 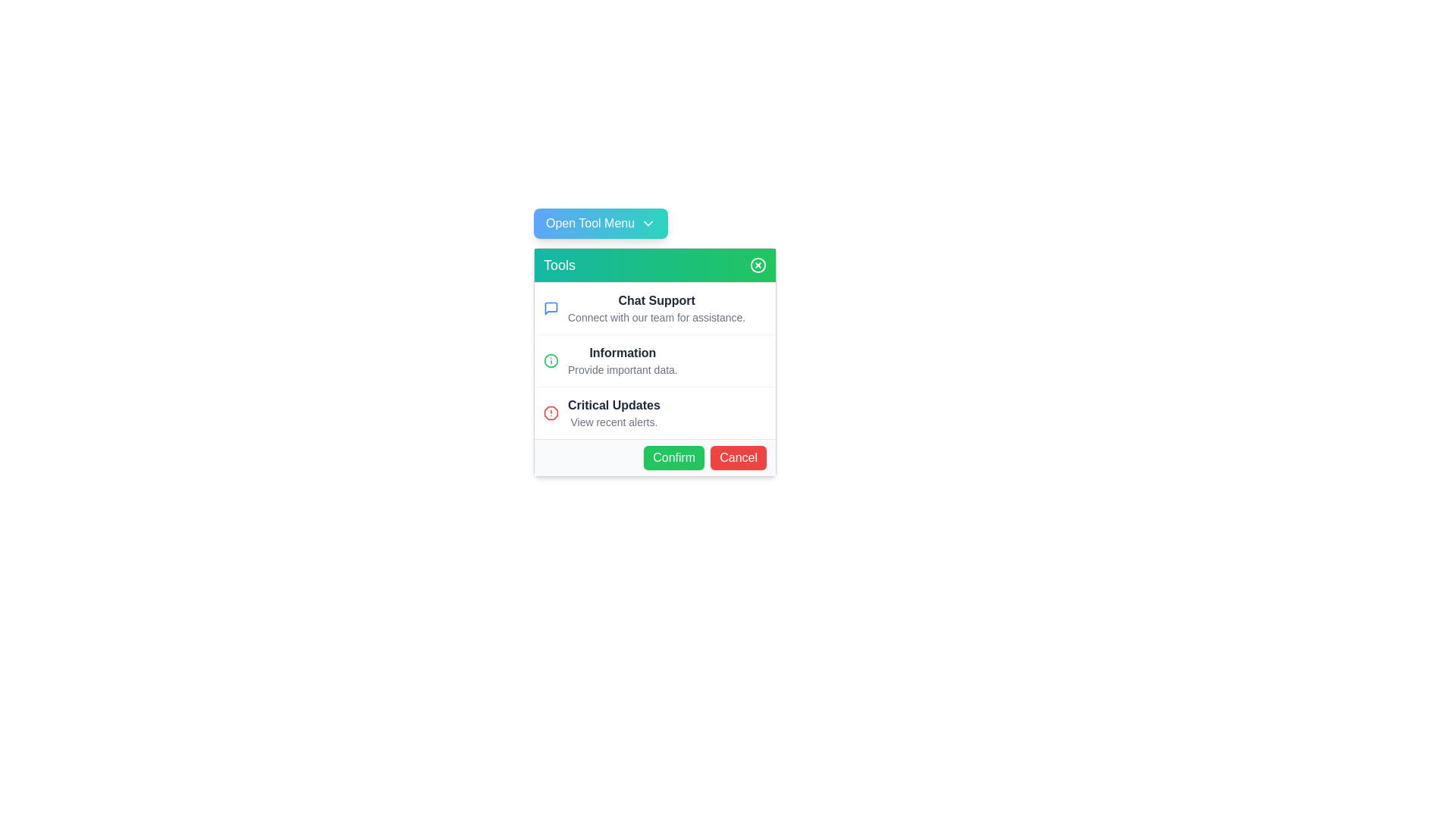 What do you see at coordinates (657, 317) in the screenshot?
I see `the static text label that provides a descriptive statement for the 'Chat Support' section, located beneath the 'Chat Support' title in the green 'Tools' panel` at bounding box center [657, 317].